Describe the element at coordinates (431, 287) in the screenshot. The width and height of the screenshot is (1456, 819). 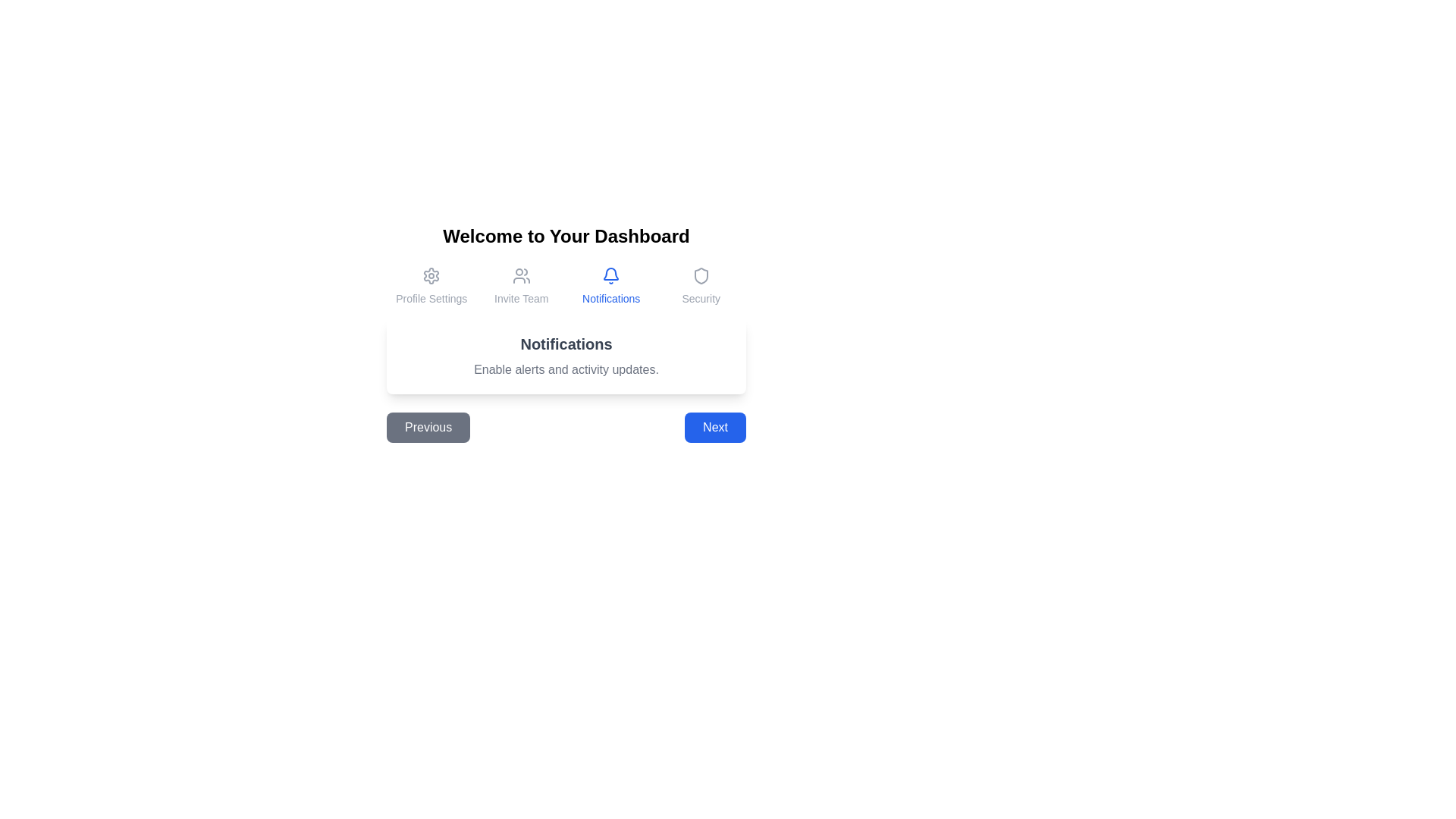
I see `the 'Profile Settings' section, which features an icon resembling settings or configuration, located at the top left of the navigation interface` at that location.